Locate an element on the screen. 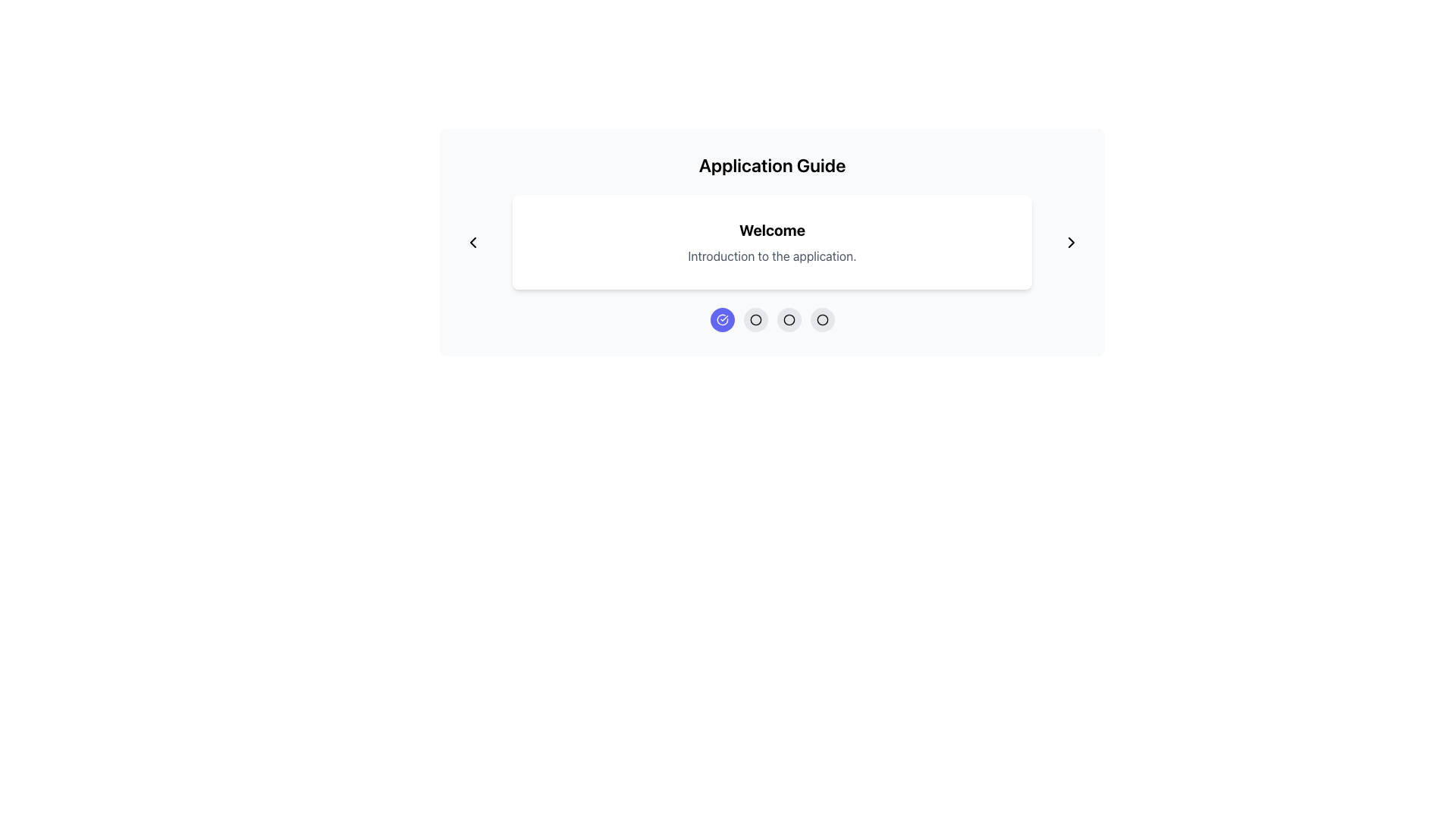 This screenshot has width=1456, height=819. the glowing progress indicator icon located in the first circle of four at the bottom center of the UI is located at coordinates (721, 318).